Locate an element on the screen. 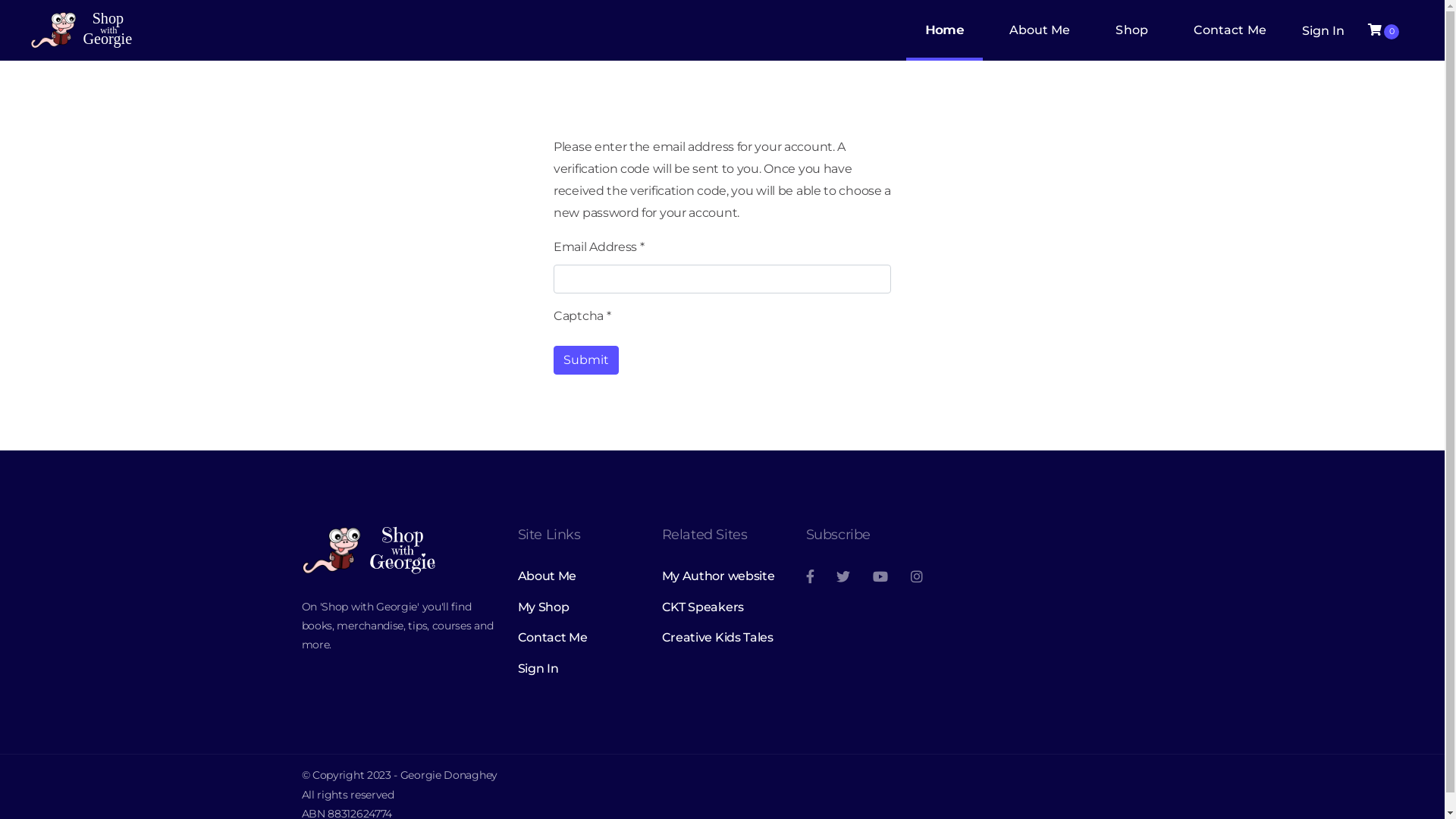  'Creative Kids Tales' is located at coordinates (661, 637).